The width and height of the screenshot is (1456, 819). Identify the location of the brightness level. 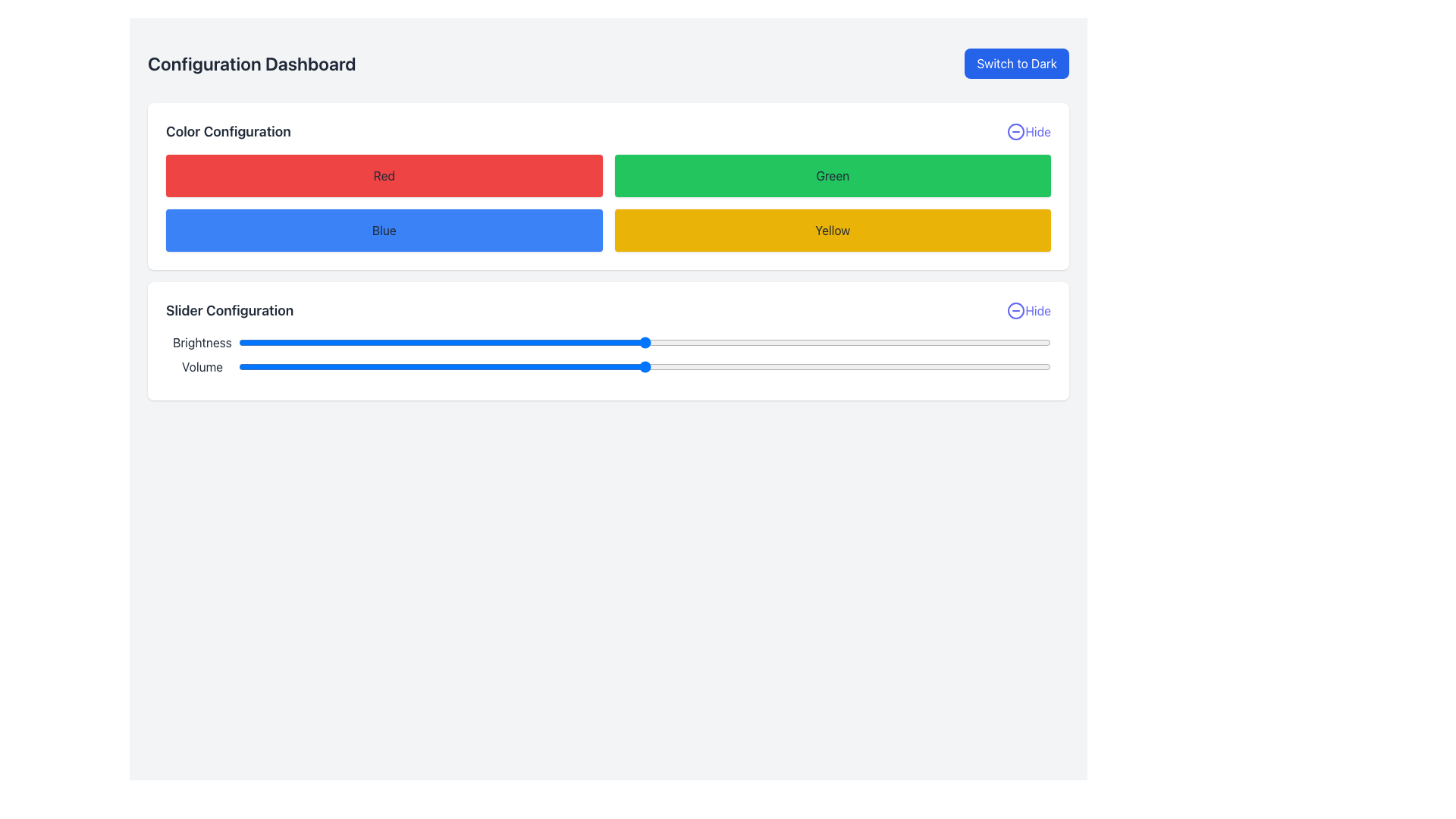
(263, 342).